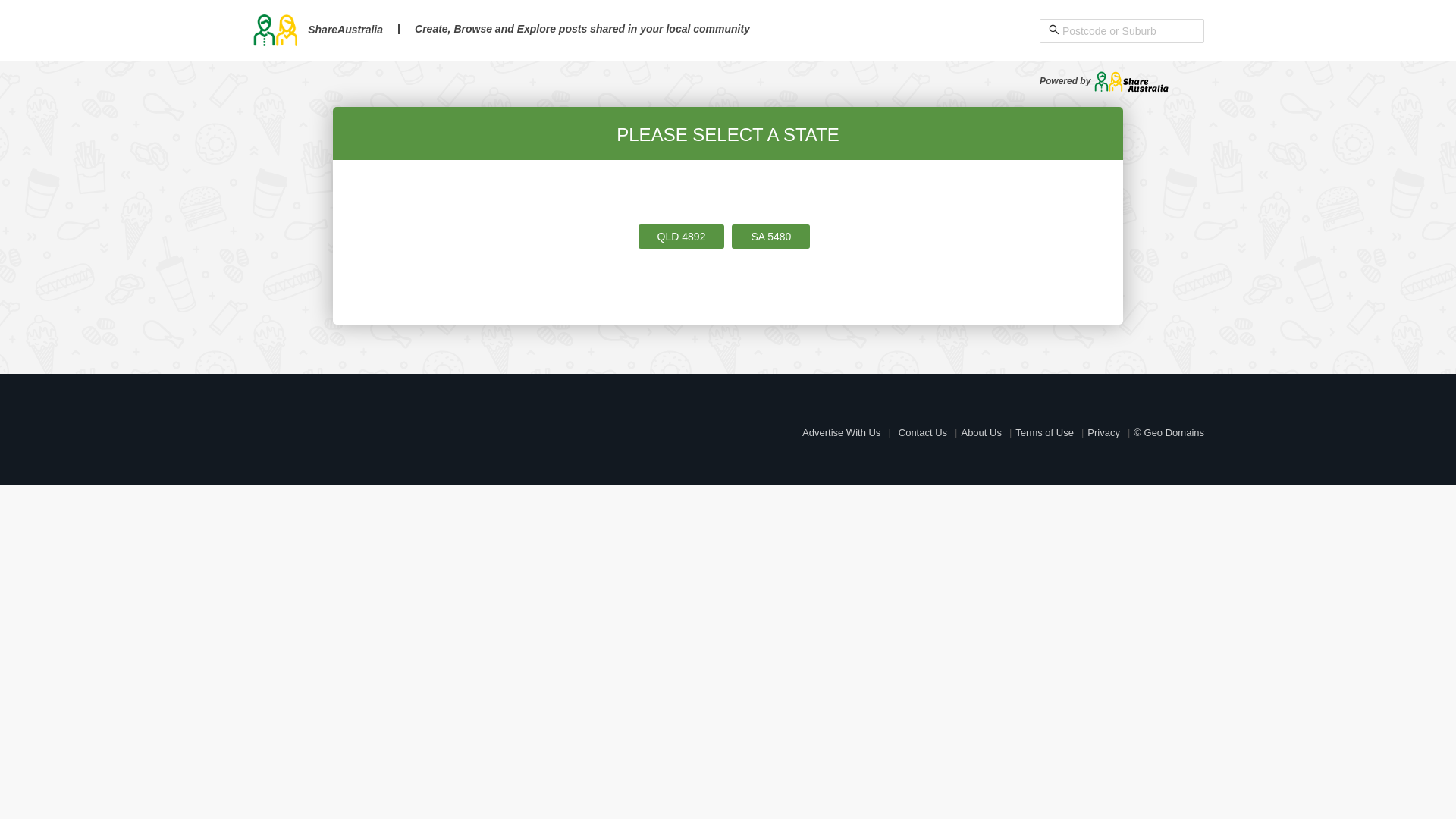  What do you see at coordinates (1103, 432) in the screenshot?
I see `'Privacy'` at bounding box center [1103, 432].